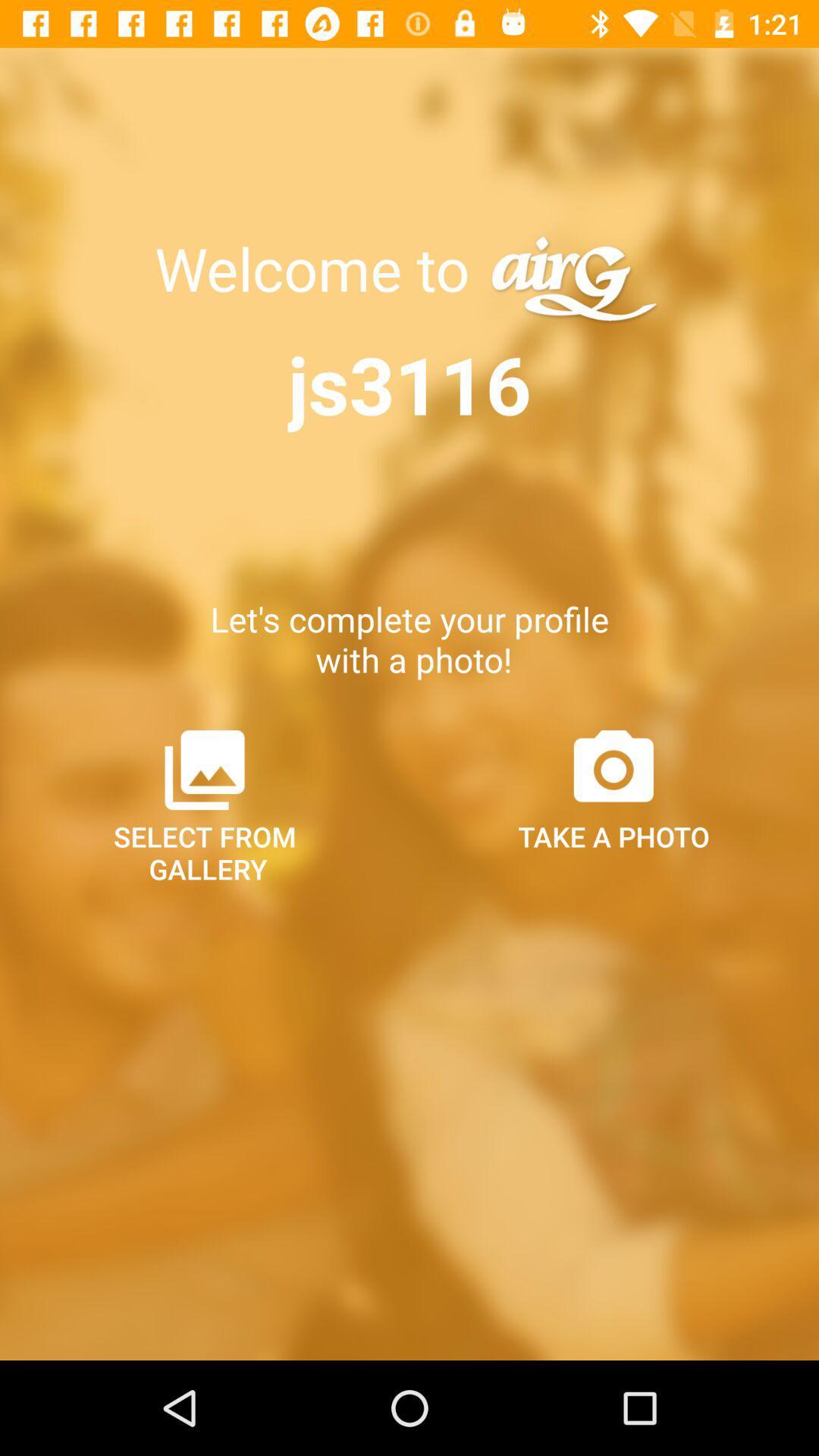  Describe the element at coordinates (205, 804) in the screenshot. I see `icon next to take a photo` at that location.